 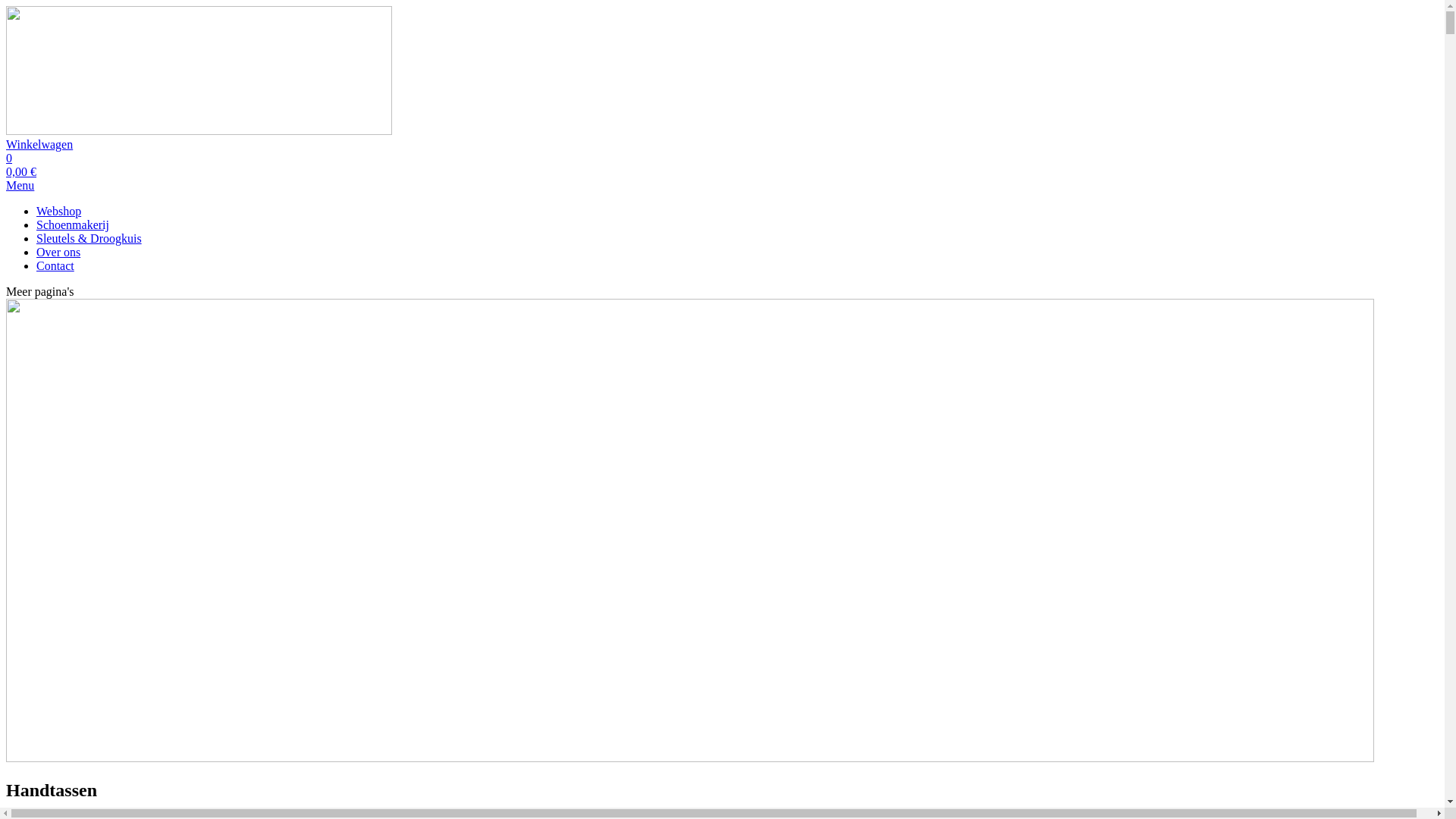 What do you see at coordinates (88, 238) in the screenshot?
I see `'Sleutels & Droogkuis'` at bounding box center [88, 238].